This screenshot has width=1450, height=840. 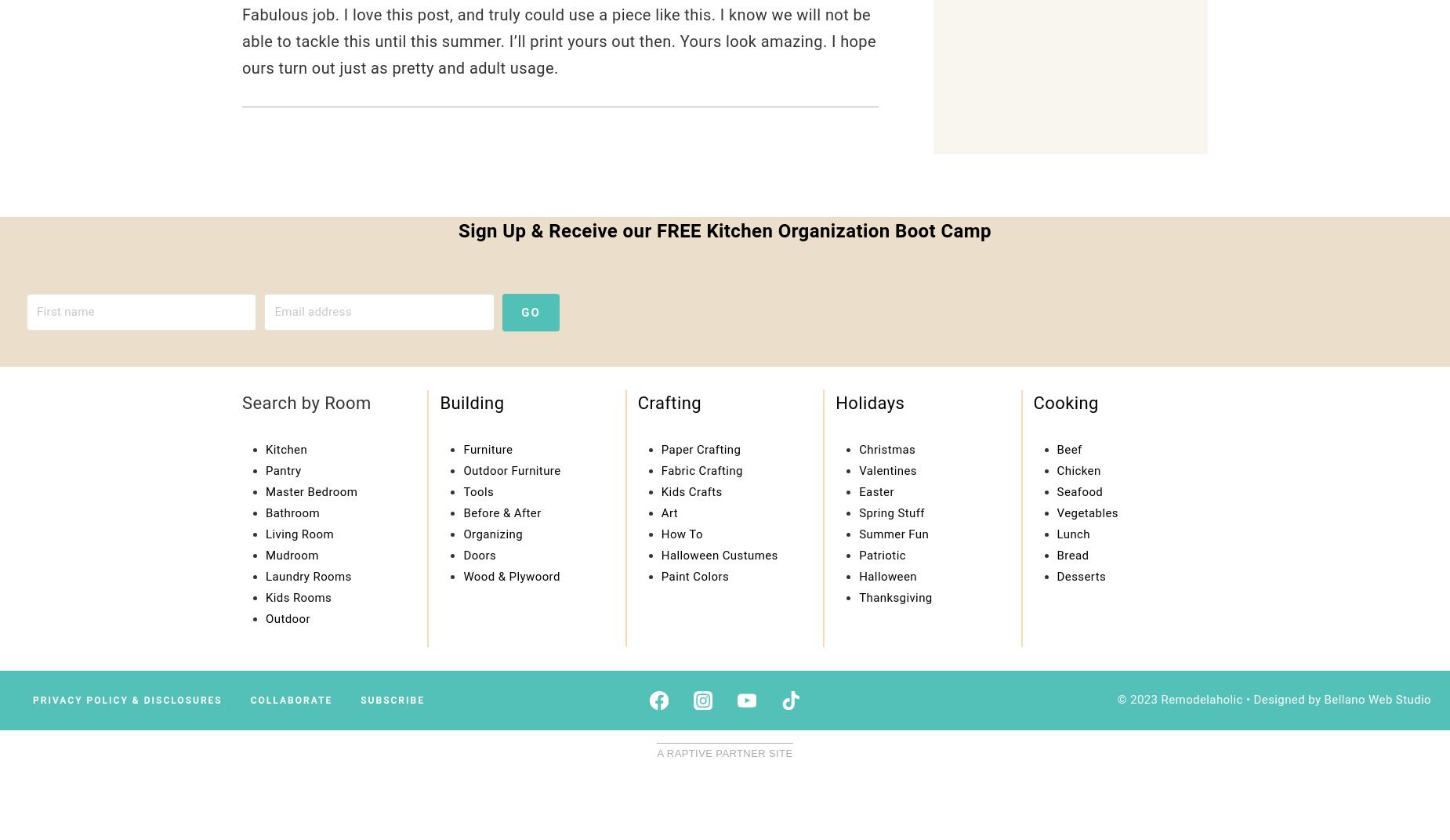 I want to click on 'Sign Up & Receive our FREE Kitchen Organization Boot Camp', so click(x=724, y=230).